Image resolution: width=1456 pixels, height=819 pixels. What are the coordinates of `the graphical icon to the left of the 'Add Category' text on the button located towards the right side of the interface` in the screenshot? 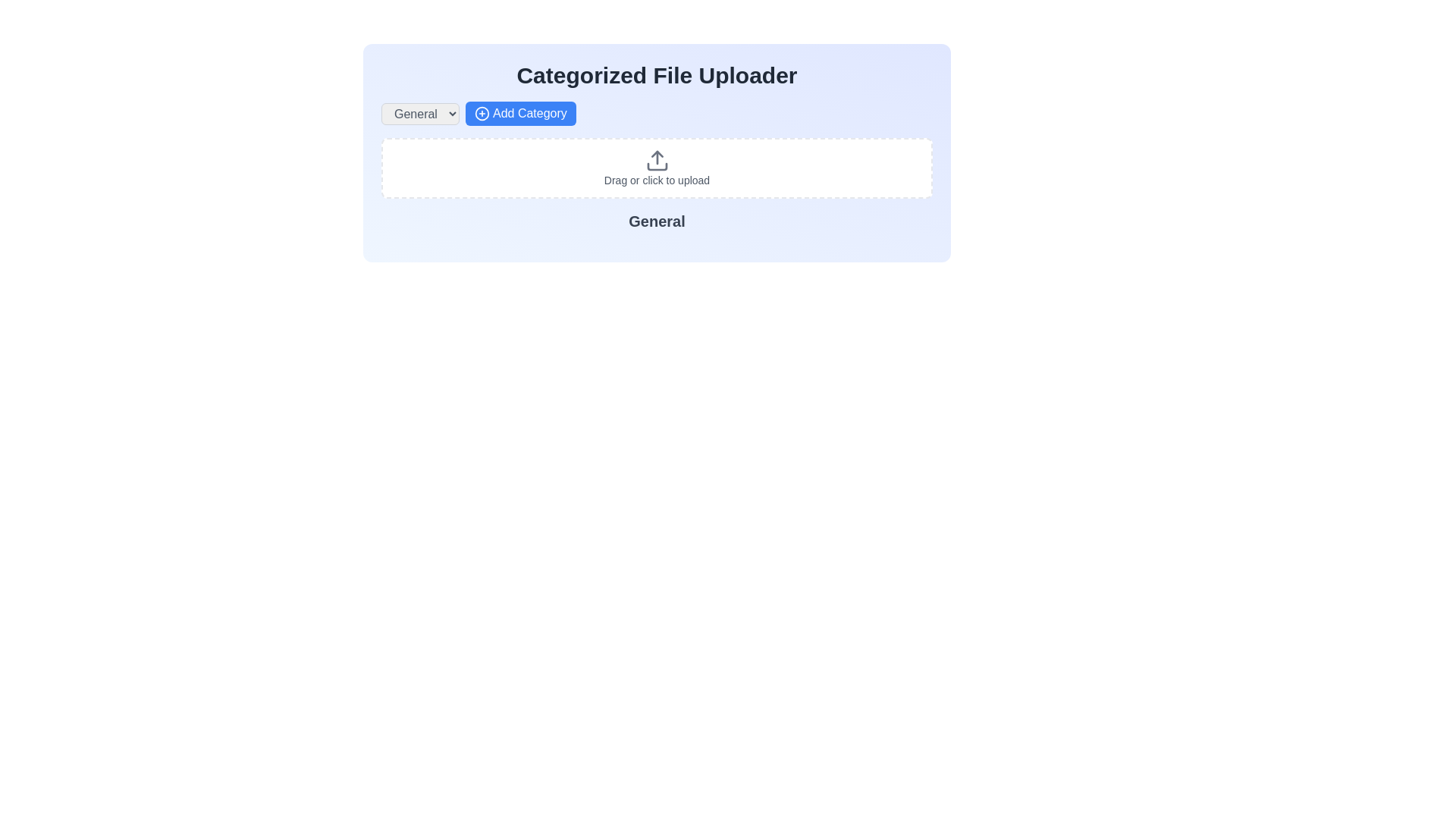 It's located at (481, 113).